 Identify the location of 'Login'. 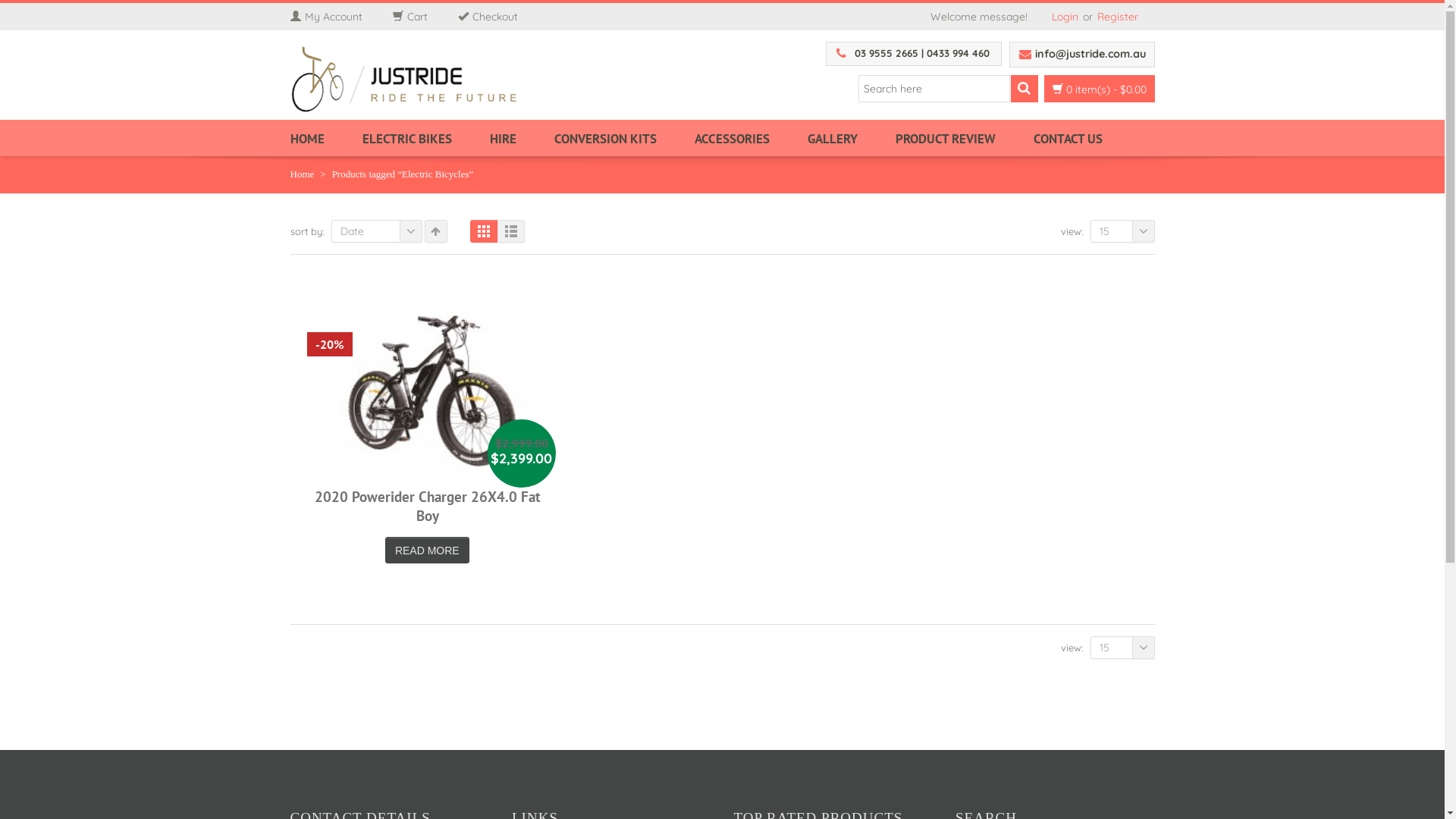
(1063, 17).